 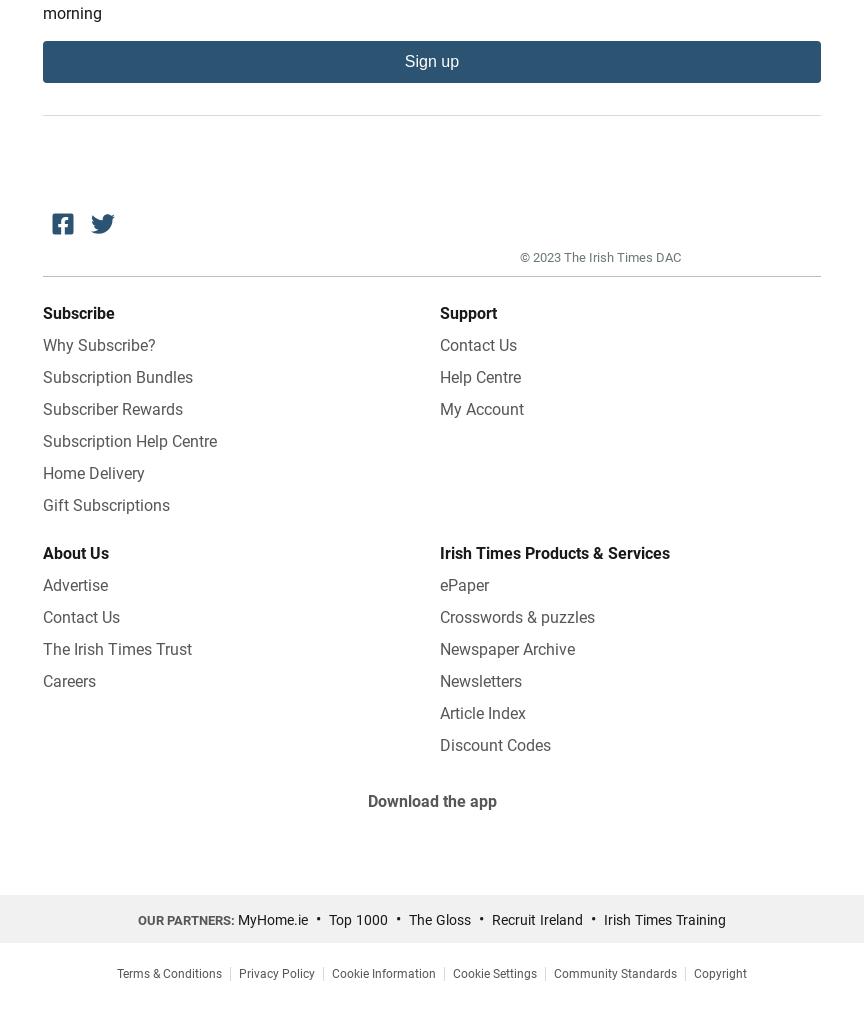 What do you see at coordinates (276, 973) in the screenshot?
I see `'Privacy Policy'` at bounding box center [276, 973].